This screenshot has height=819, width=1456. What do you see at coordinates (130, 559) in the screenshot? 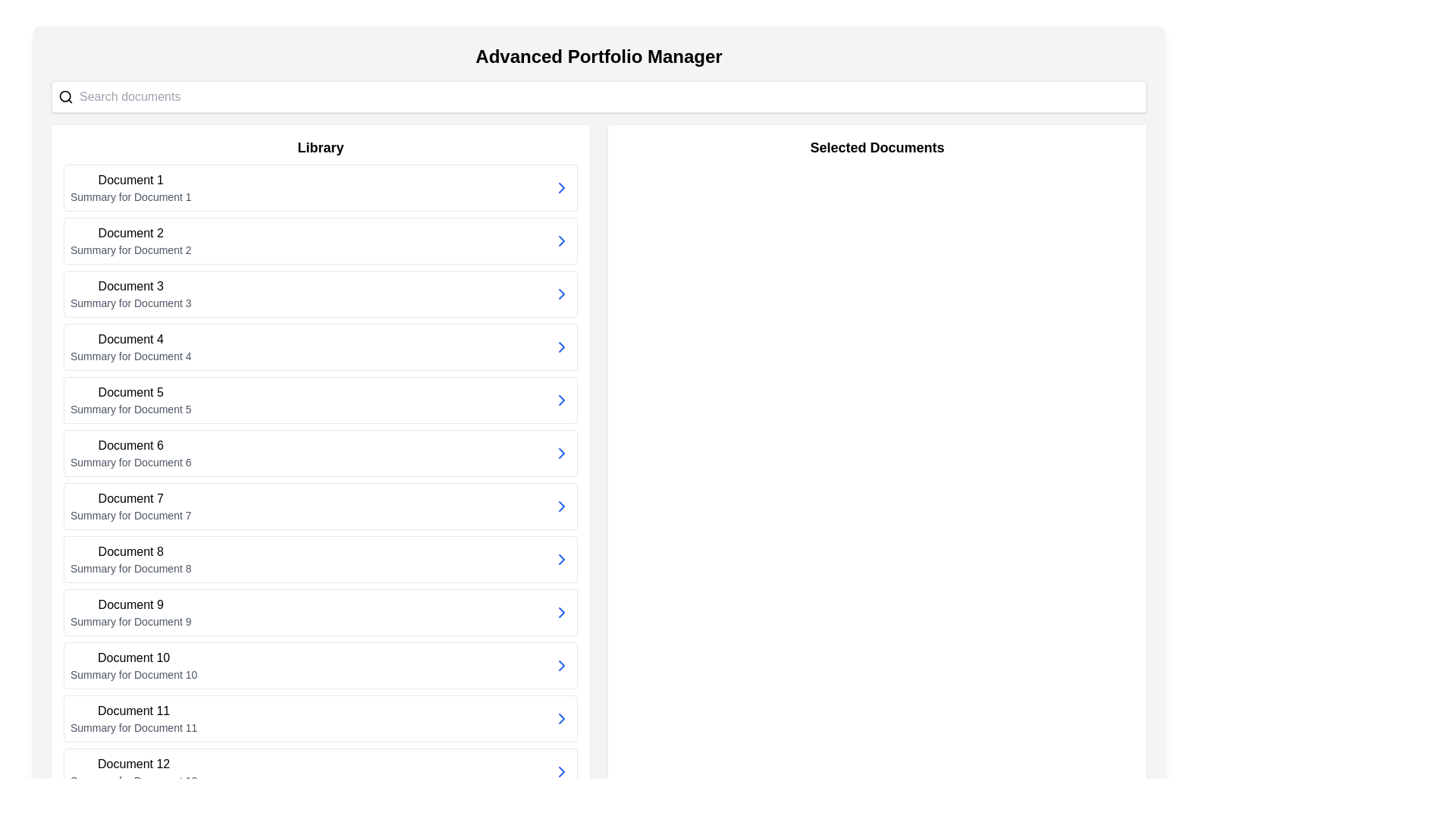
I see `the text box displaying 'Document 8' with the subtitle 'Summary for Document 8', which is the eighth item in the Library section of the vertical list` at bounding box center [130, 559].